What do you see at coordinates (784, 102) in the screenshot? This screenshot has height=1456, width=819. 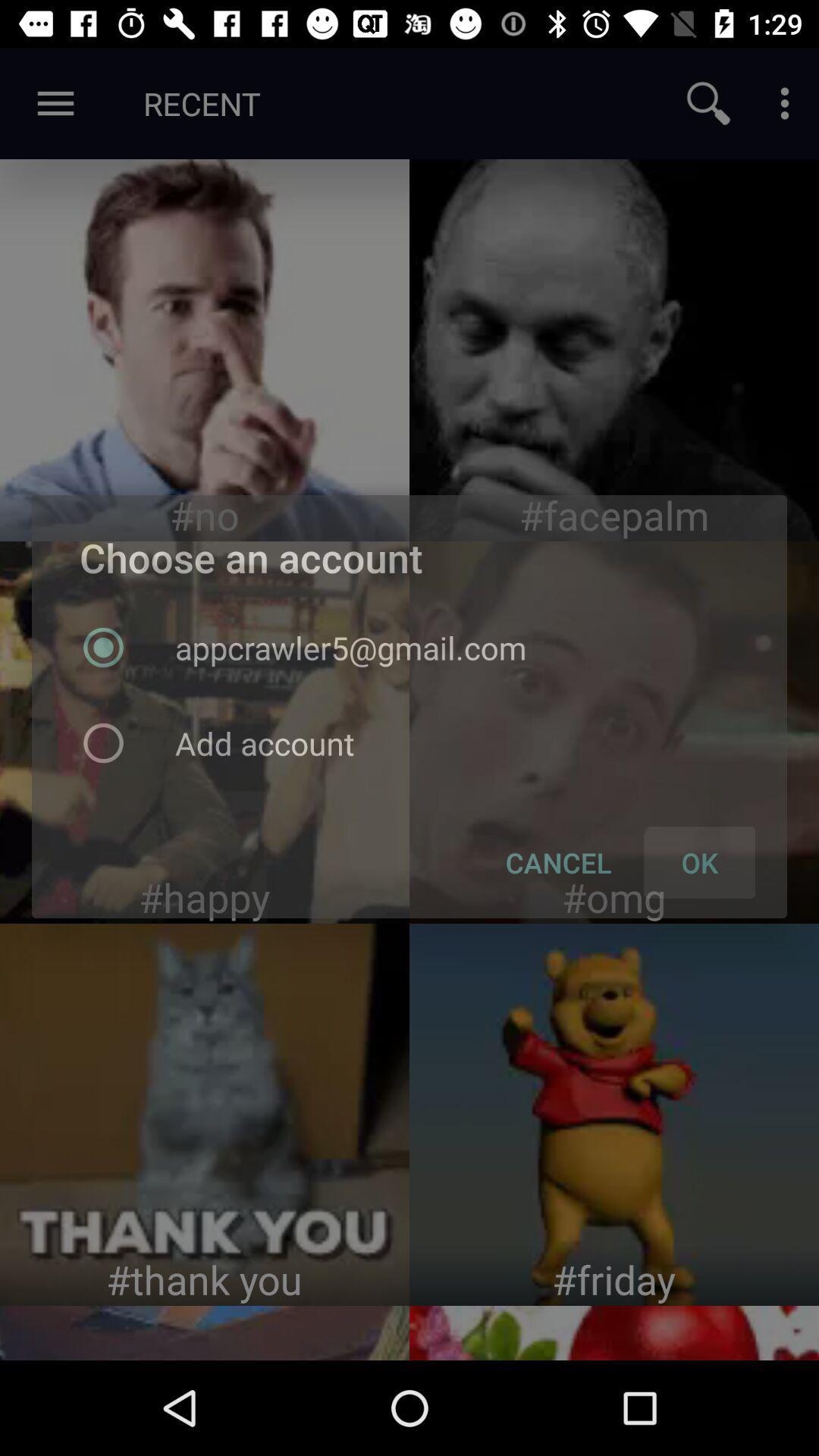 I see `open settings` at bounding box center [784, 102].